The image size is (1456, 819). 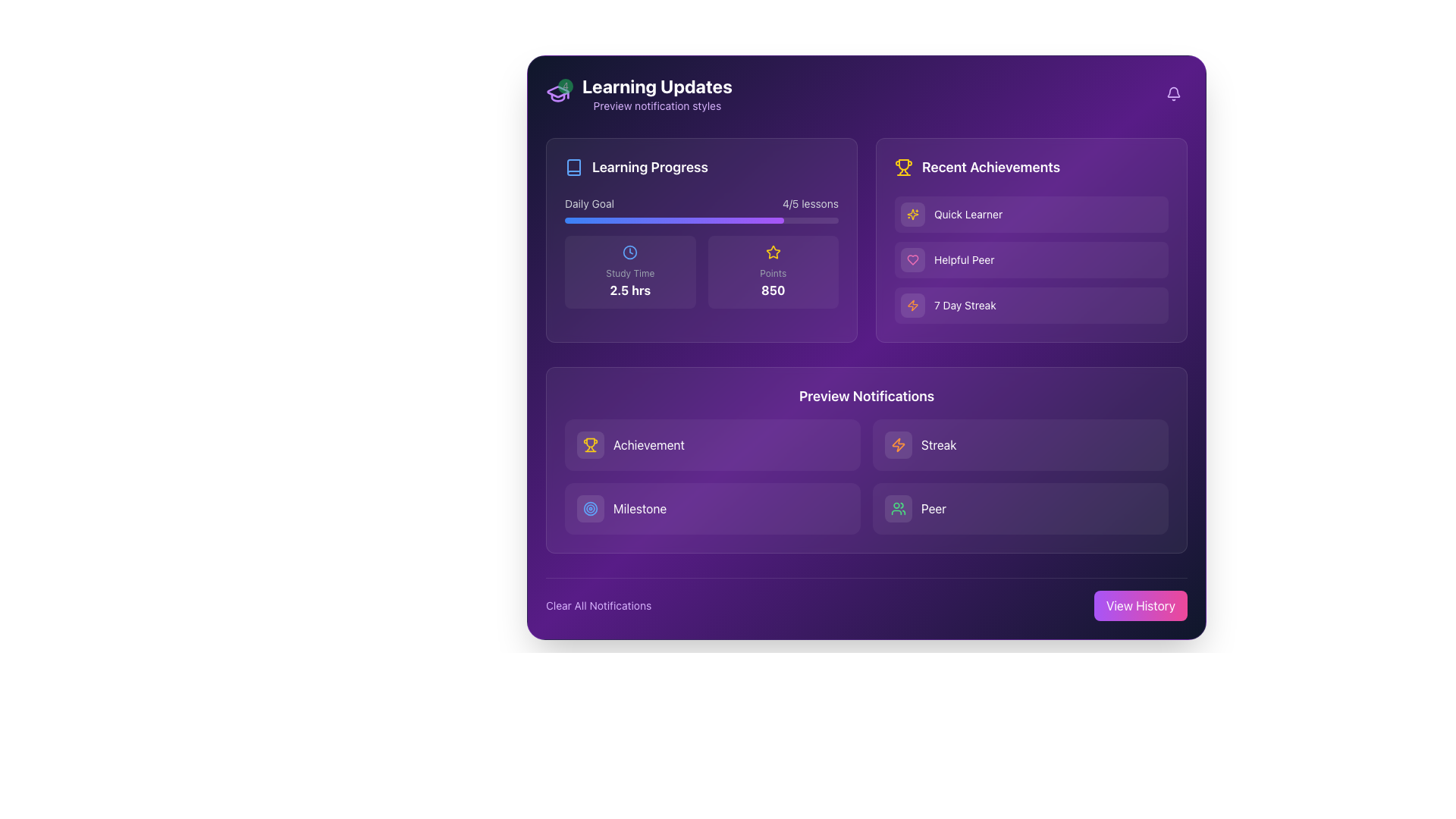 What do you see at coordinates (589, 509) in the screenshot?
I see `the target icon resembling concentric circles with a blue hue in the 'Preview Notifications' section` at bounding box center [589, 509].